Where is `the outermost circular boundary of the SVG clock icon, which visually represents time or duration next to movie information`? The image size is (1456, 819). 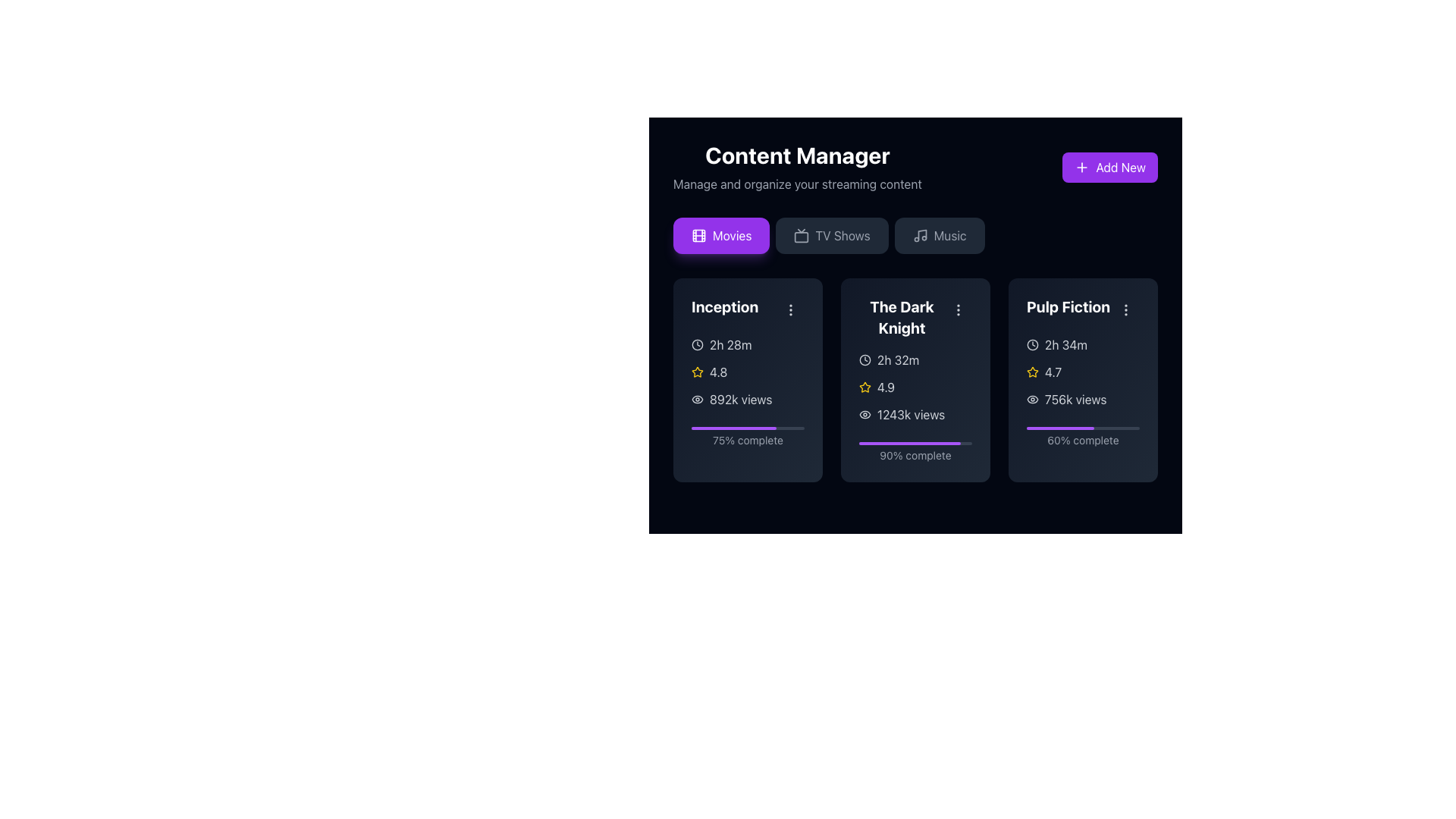 the outermost circular boundary of the SVG clock icon, which visually represents time or duration next to movie information is located at coordinates (1032, 345).